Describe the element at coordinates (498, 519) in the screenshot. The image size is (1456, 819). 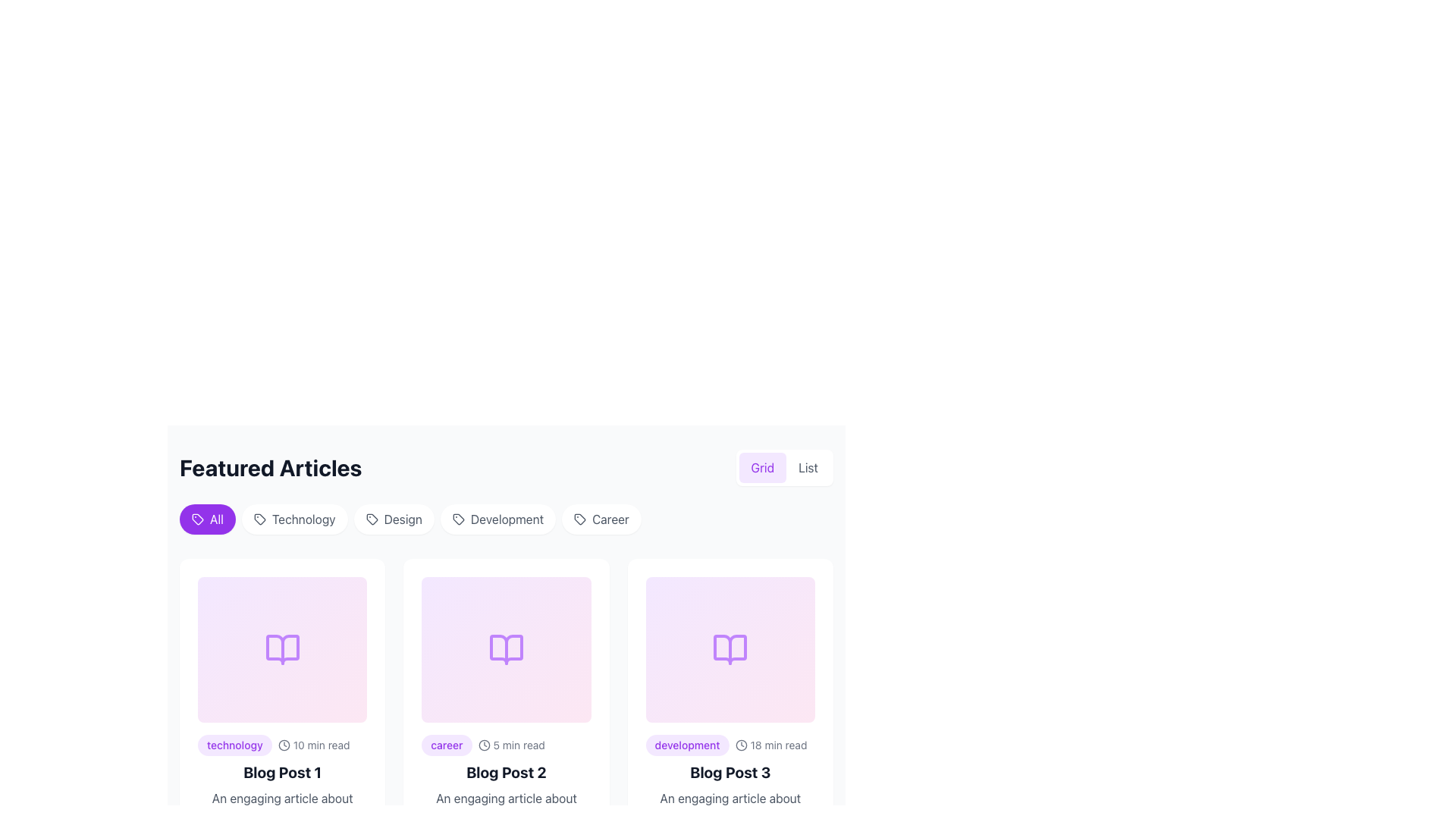
I see `the 'Development' button, which is a rounded rectangular button with a light gray background and dark gray text, to filter articles` at that location.